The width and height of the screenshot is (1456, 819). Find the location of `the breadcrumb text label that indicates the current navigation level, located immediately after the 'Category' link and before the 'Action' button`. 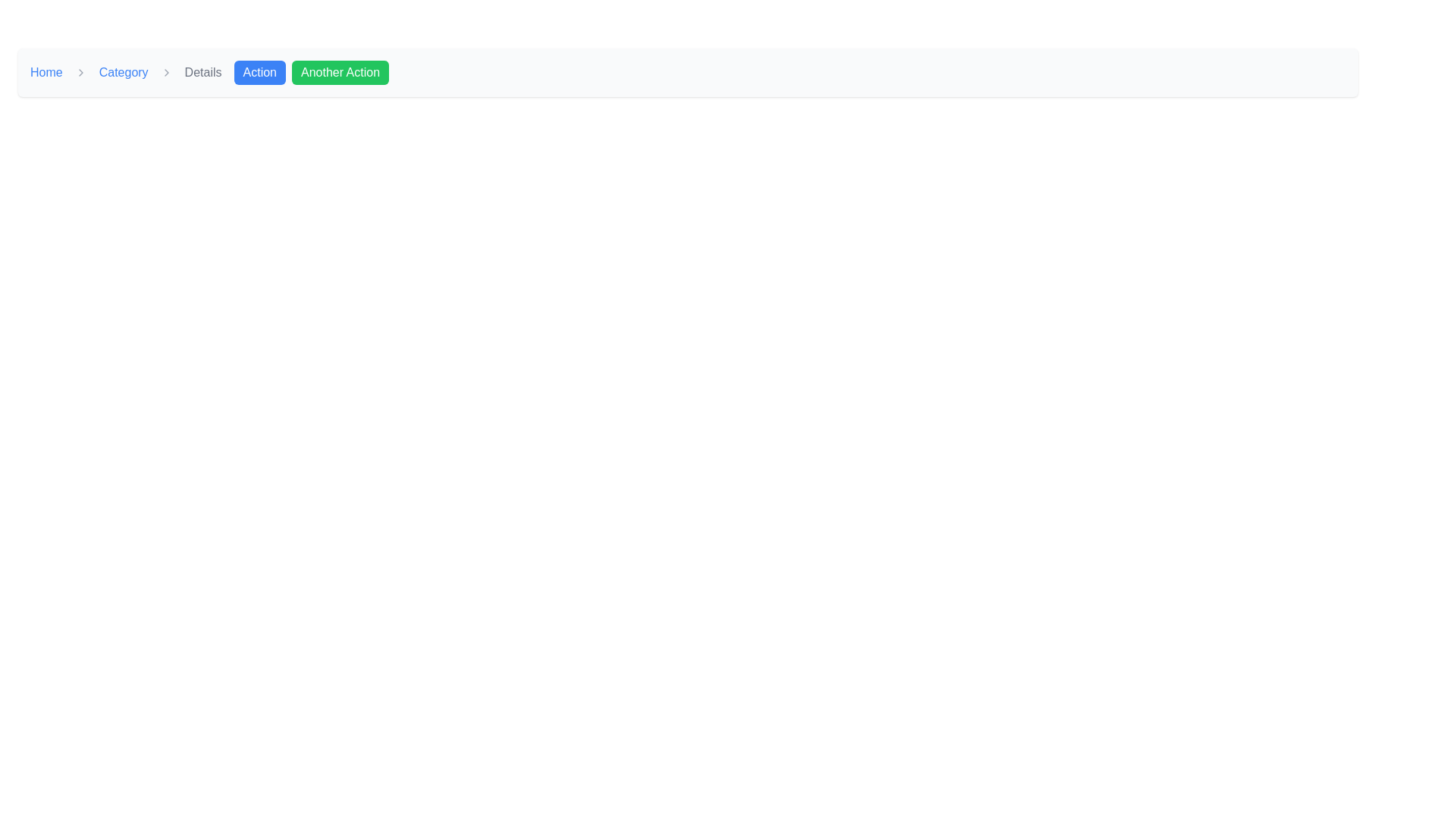

the breadcrumb text label that indicates the current navigation level, located immediately after the 'Category' link and before the 'Action' button is located at coordinates (202, 73).